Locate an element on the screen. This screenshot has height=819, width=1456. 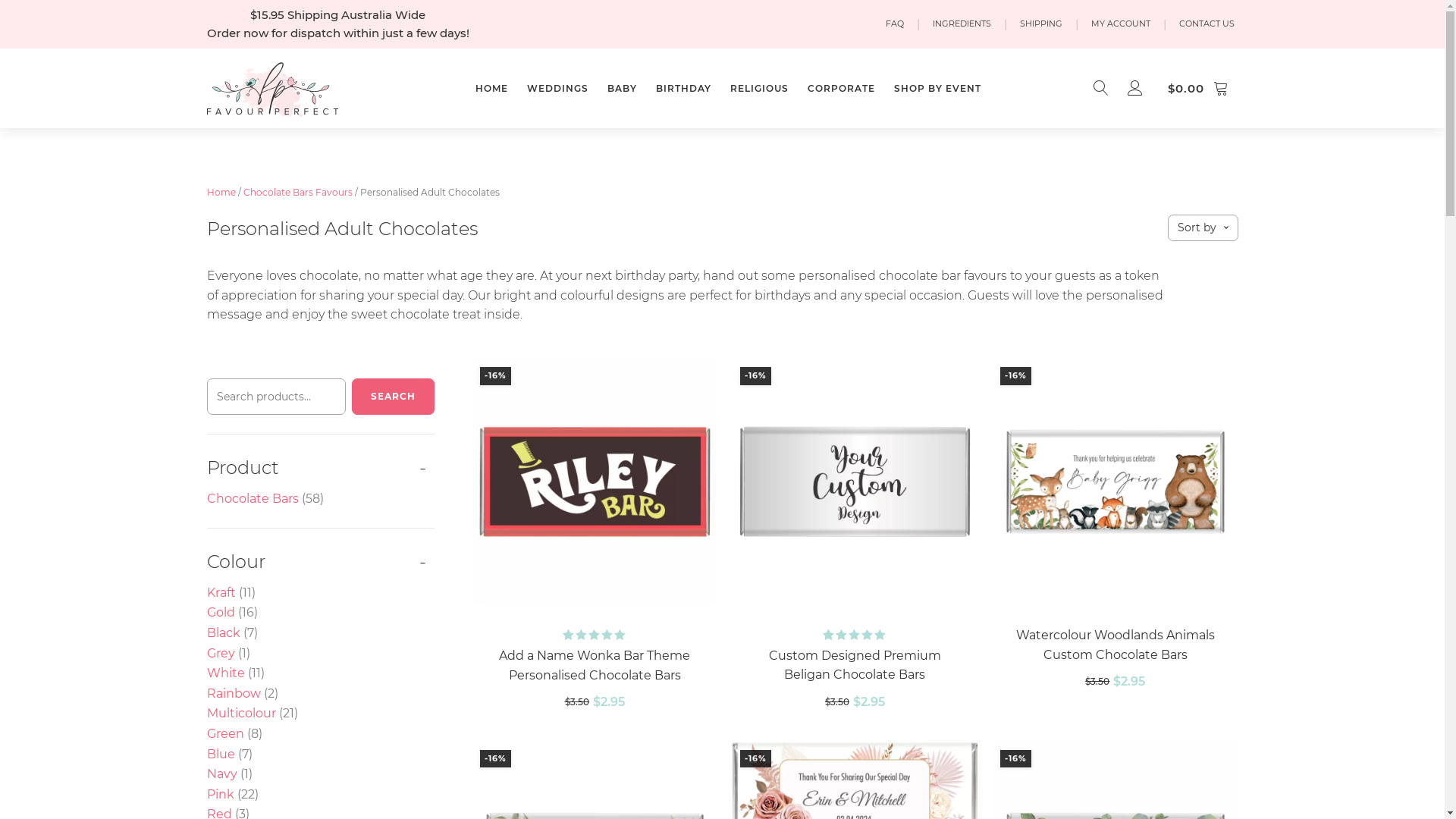
'CORPORATE' is located at coordinates (840, 88).